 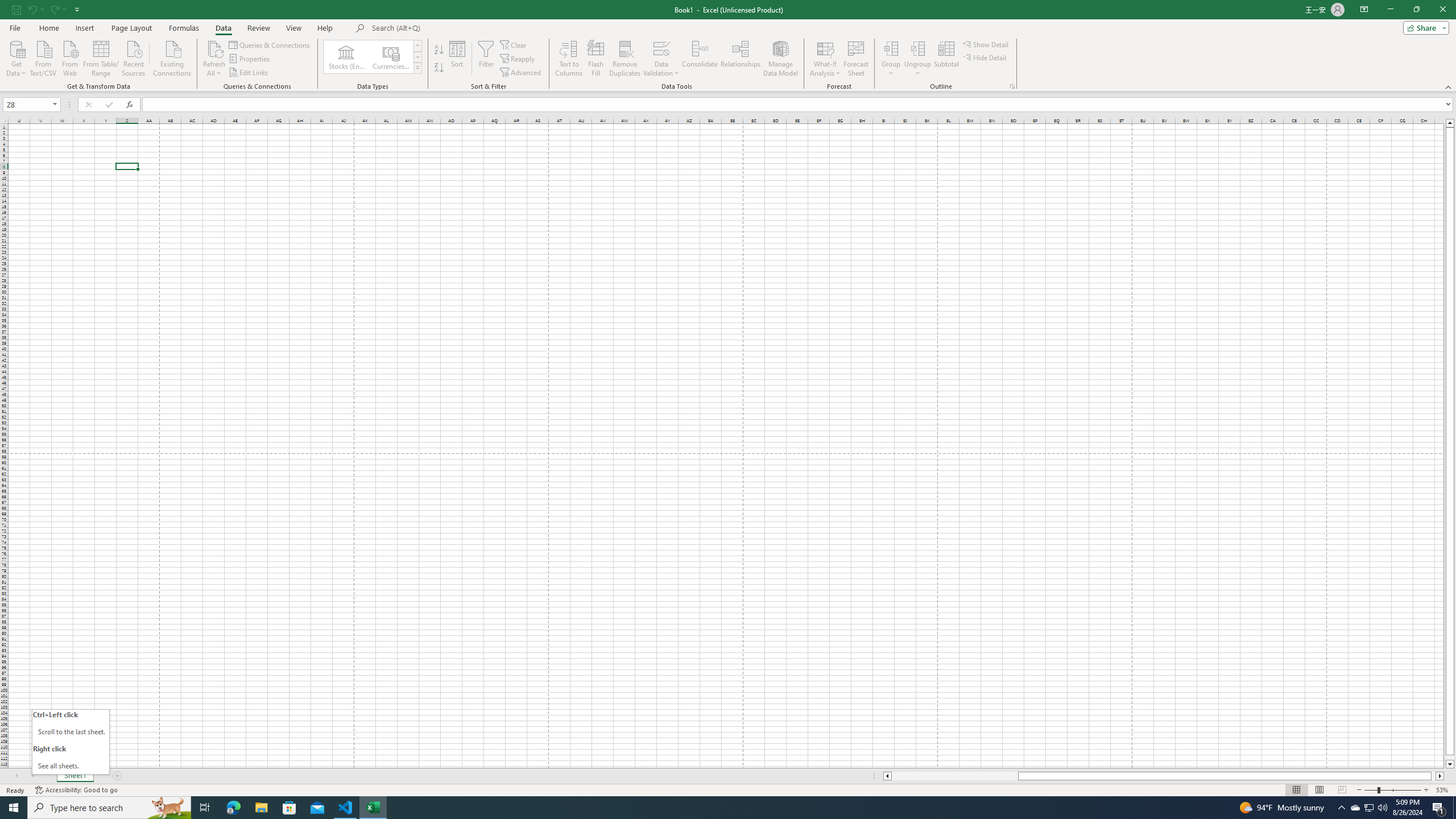 I want to click on 'Recent Sources', so click(x=134, y=57).